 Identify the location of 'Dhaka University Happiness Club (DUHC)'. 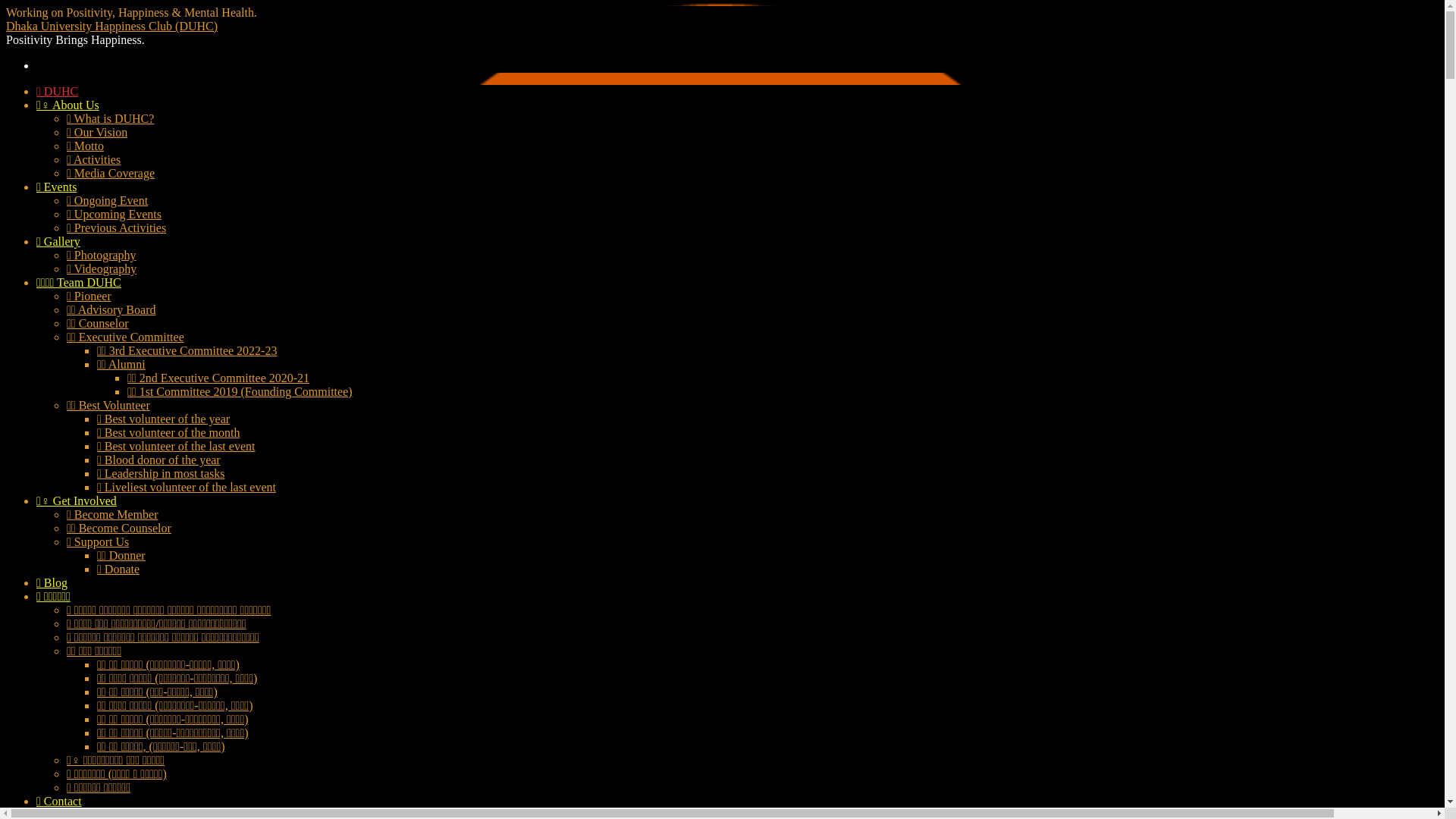
(111, 26).